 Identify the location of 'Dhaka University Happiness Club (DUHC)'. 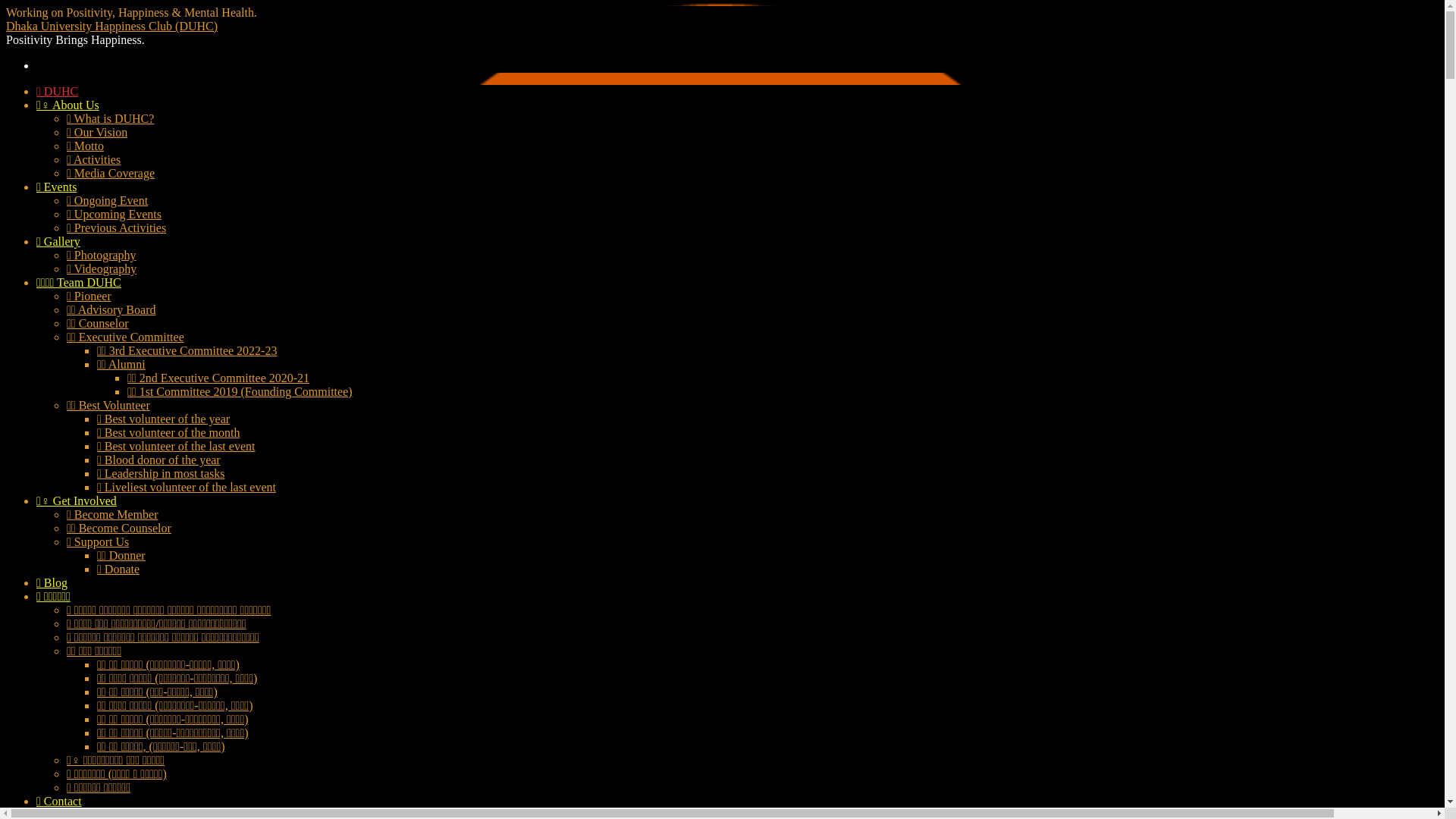
(111, 26).